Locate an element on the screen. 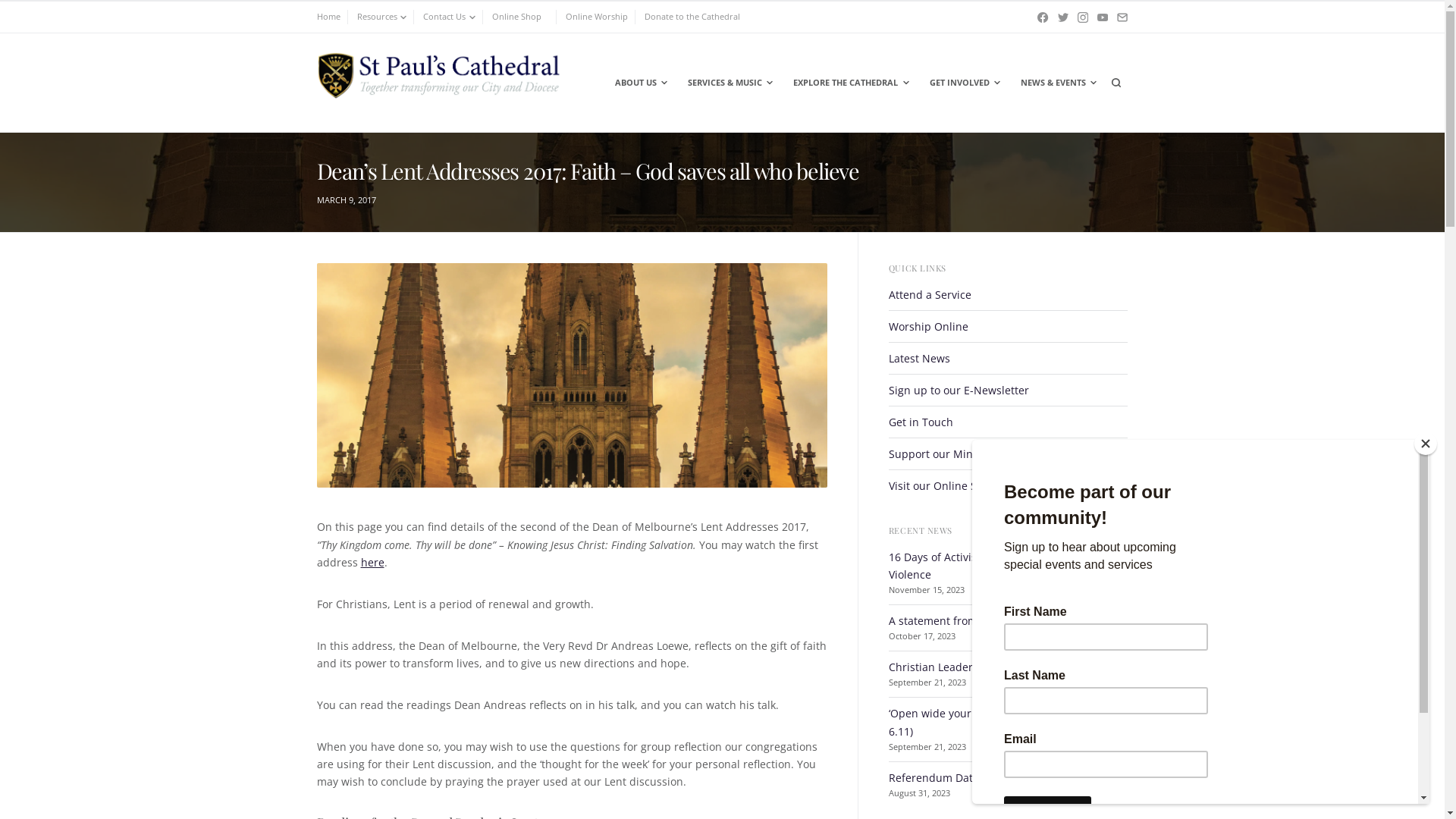 This screenshot has width=1456, height=819. 'NEWS & EVENTS' is located at coordinates (1056, 82).